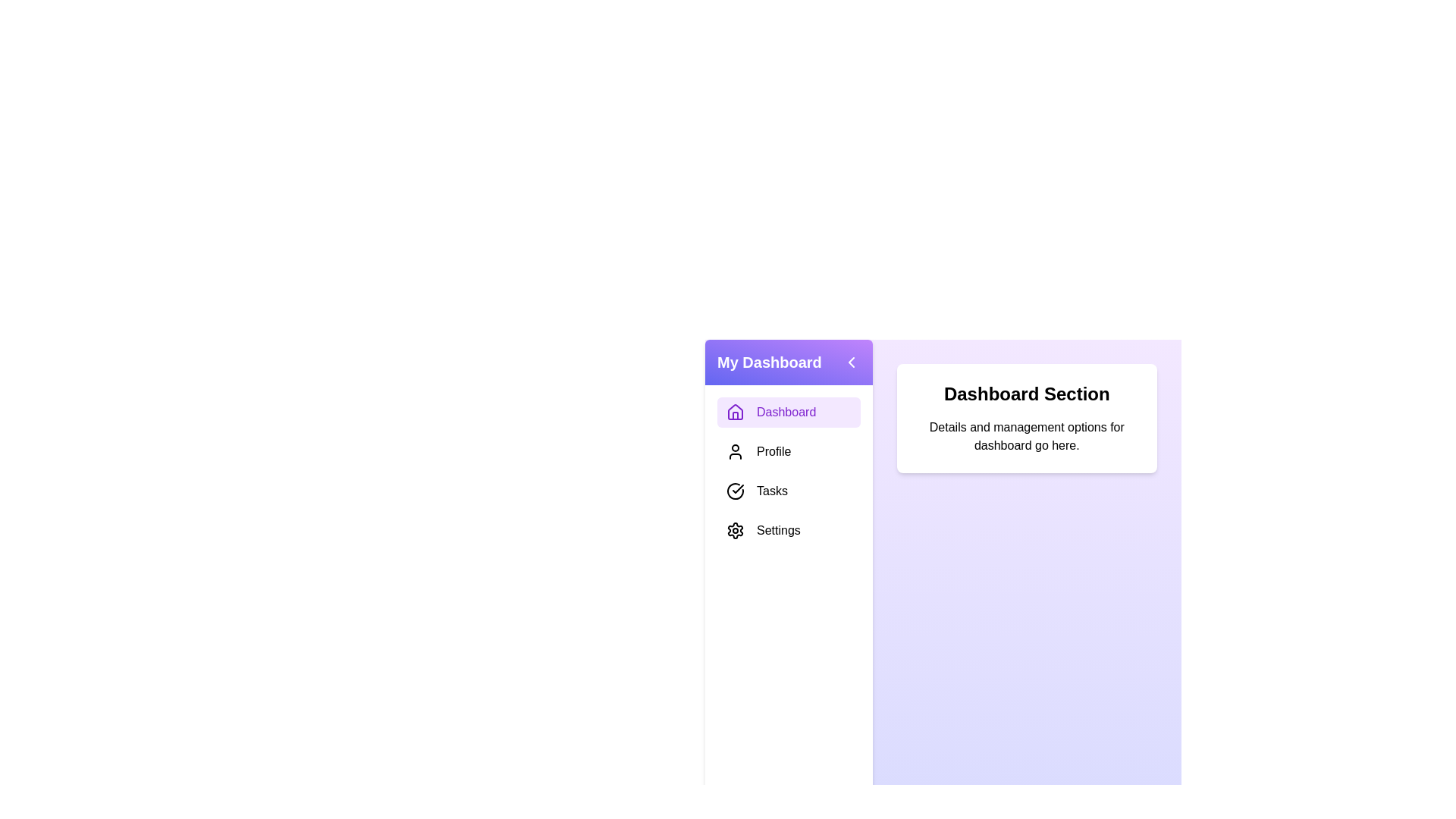 The height and width of the screenshot is (819, 1456). I want to click on the circular check mark icon located to the left of the 'Tasks' text in the vertical navigation menu, so click(735, 491).